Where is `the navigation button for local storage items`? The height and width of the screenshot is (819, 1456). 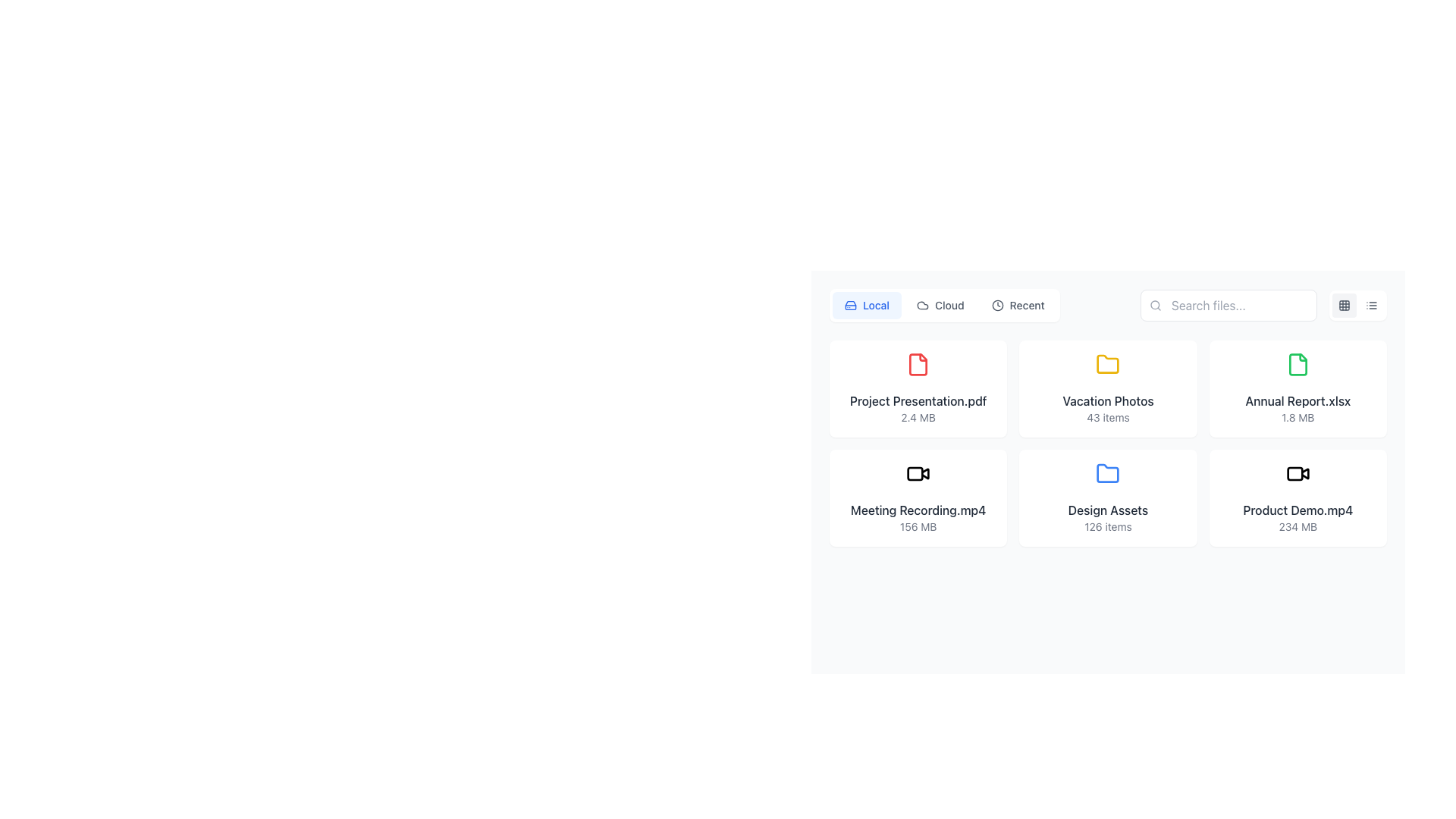
the navigation button for local storage items is located at coordinates (867, 305).